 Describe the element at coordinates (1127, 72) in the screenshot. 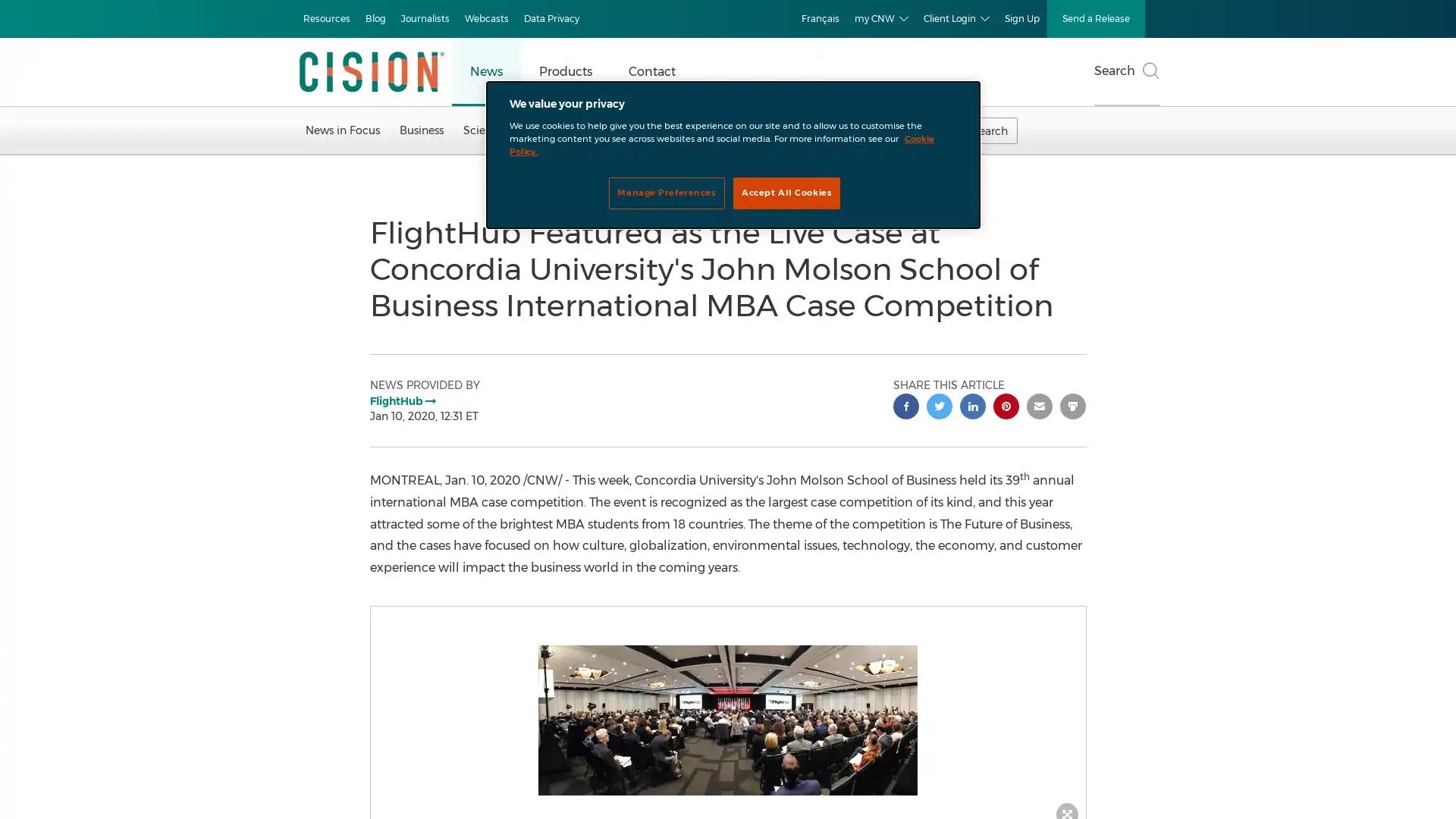

I see `Search` at that location.